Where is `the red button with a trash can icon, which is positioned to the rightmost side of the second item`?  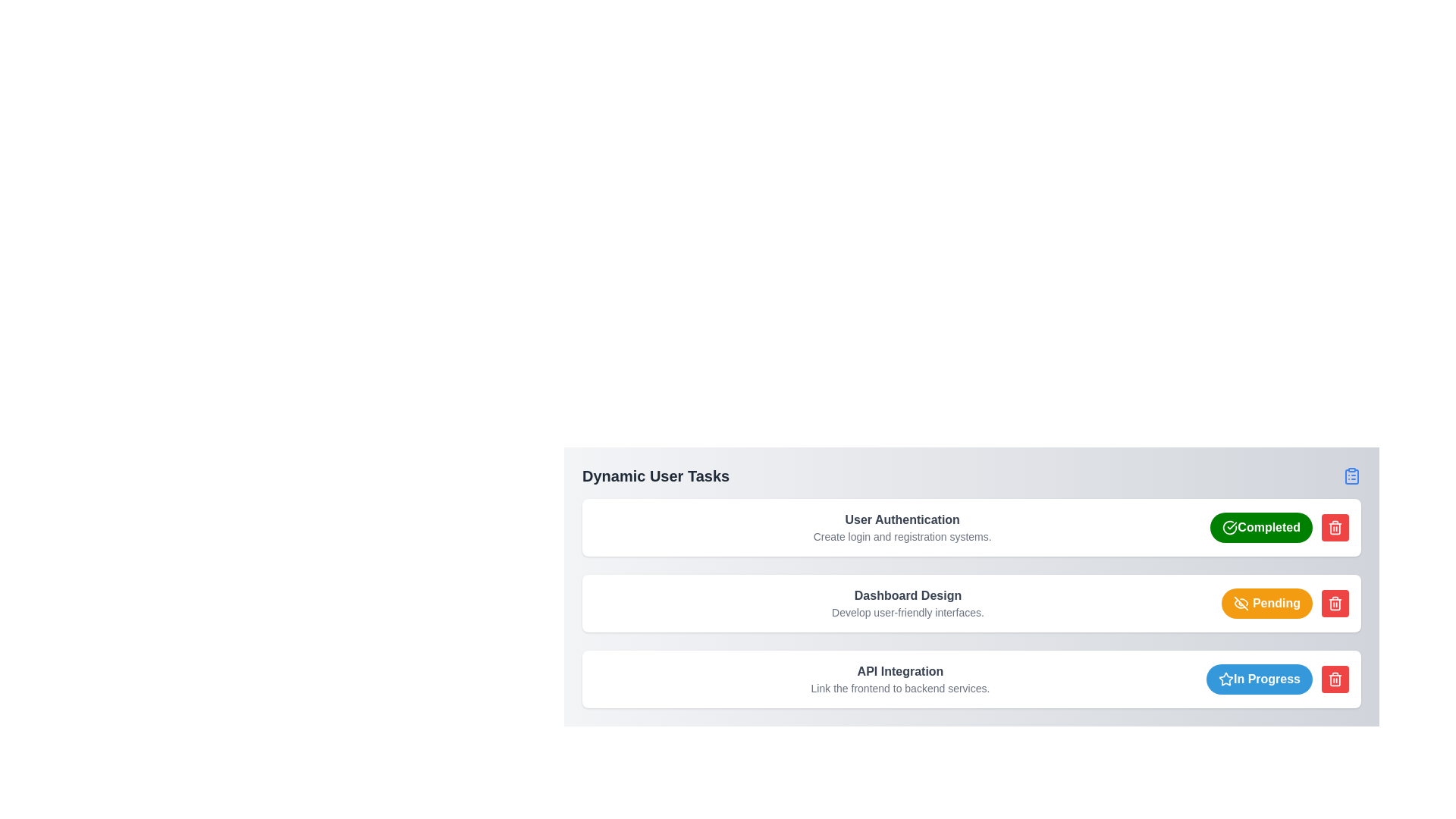 the red button with a trash can icon, which is positioned to the rightmost side of the second item is located at coordinates (1335, 602).